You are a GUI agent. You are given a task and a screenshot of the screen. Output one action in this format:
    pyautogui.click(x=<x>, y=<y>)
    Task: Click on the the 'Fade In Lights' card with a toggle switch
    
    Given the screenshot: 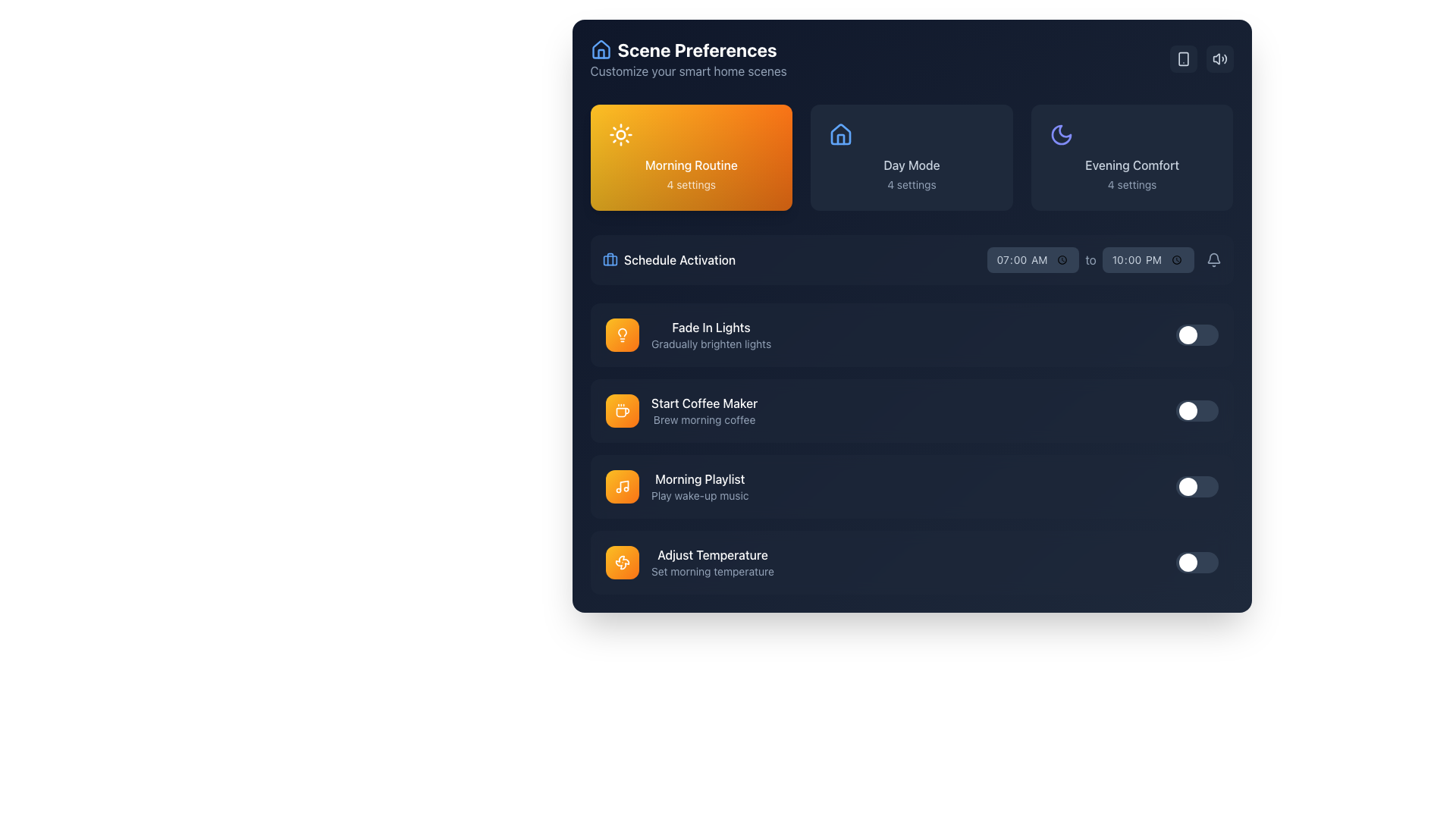 What is the action you would take?
    pyautogui.click(x=911, y=334)
    